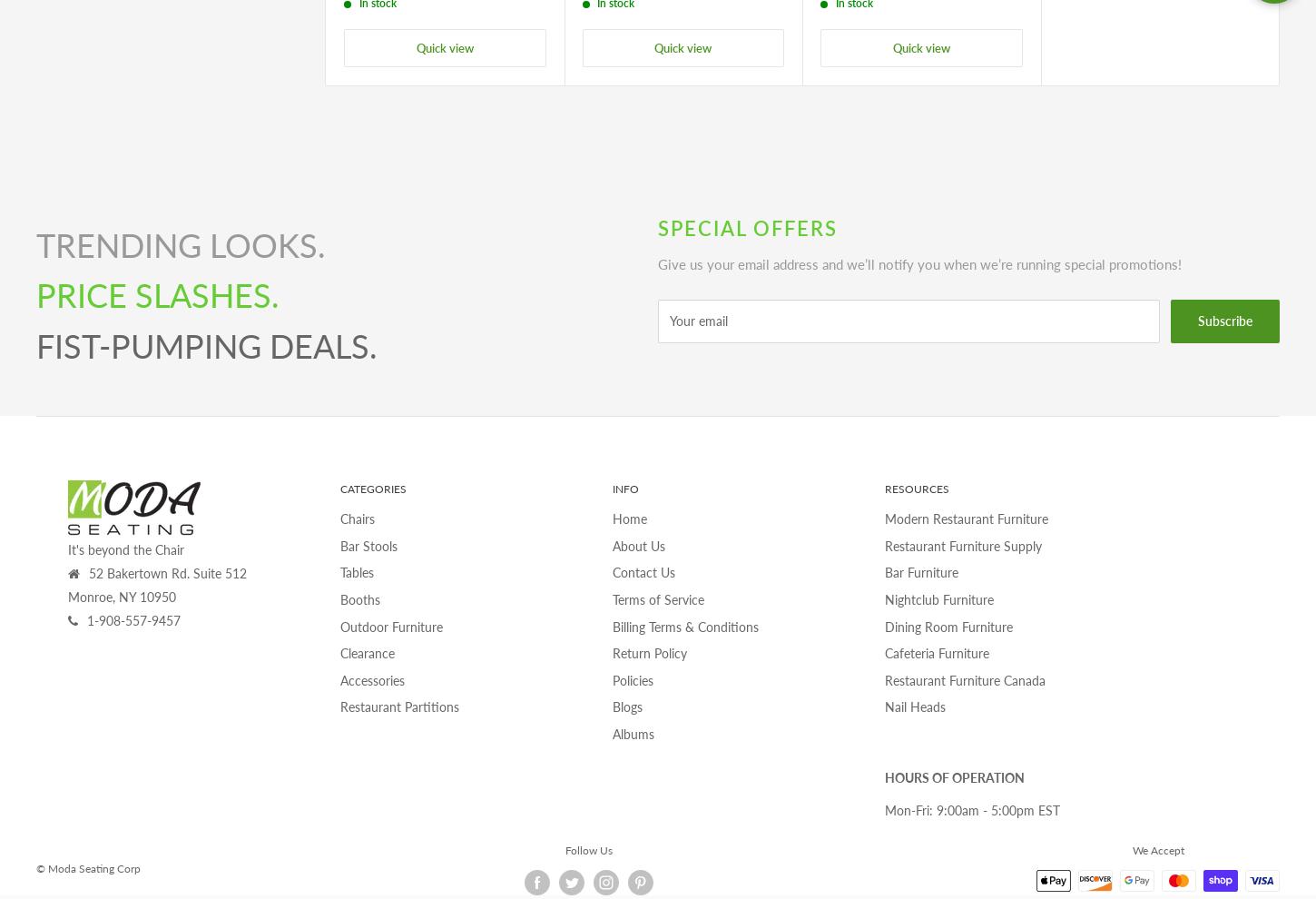 The width and height of the screenshot is (1316, 899). What do you see at coordinates (628, 519) in the screenshot?
I see `'Home'` at bounding box center [628, 519].